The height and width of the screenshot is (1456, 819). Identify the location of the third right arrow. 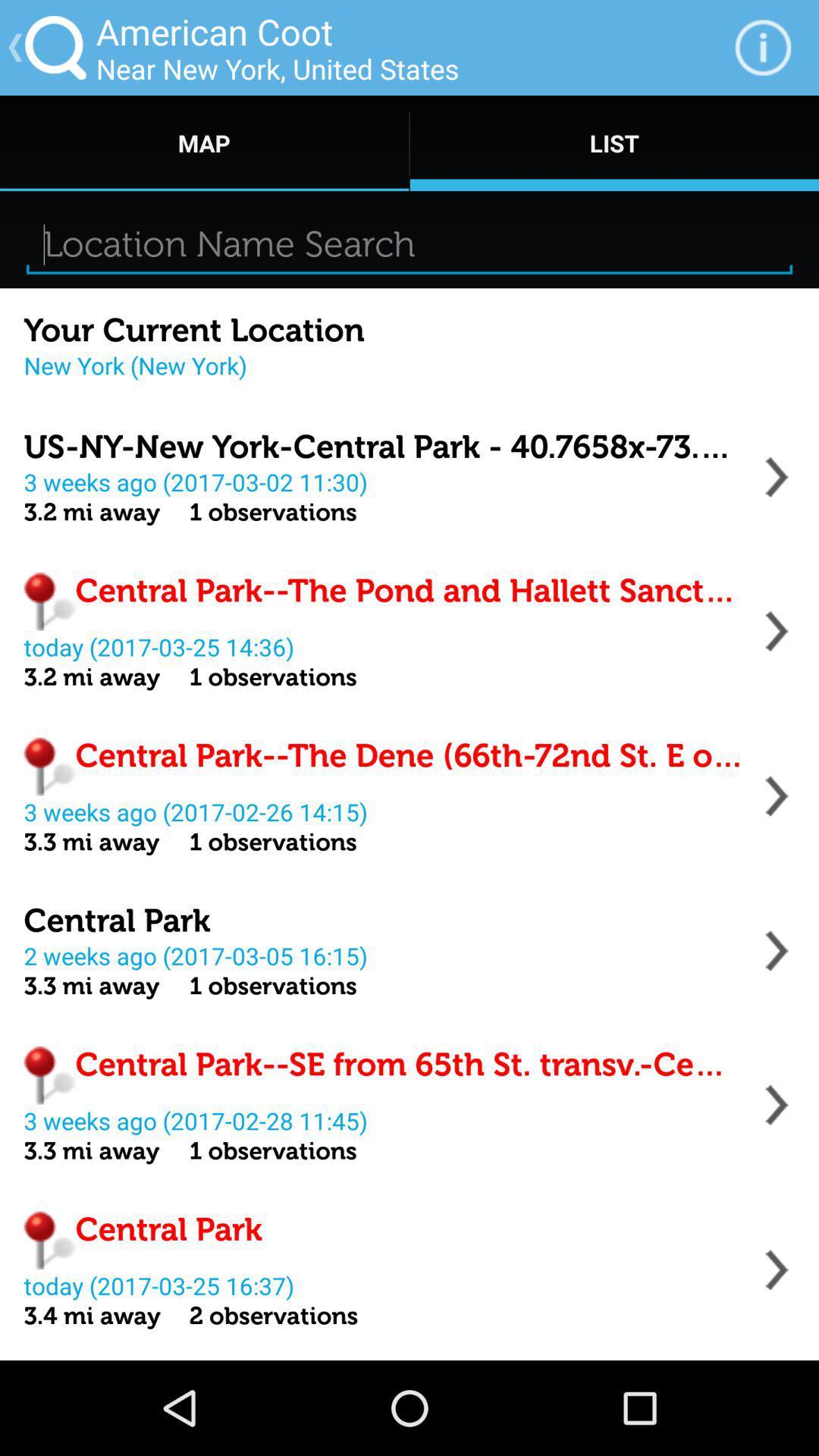
(777, 795).